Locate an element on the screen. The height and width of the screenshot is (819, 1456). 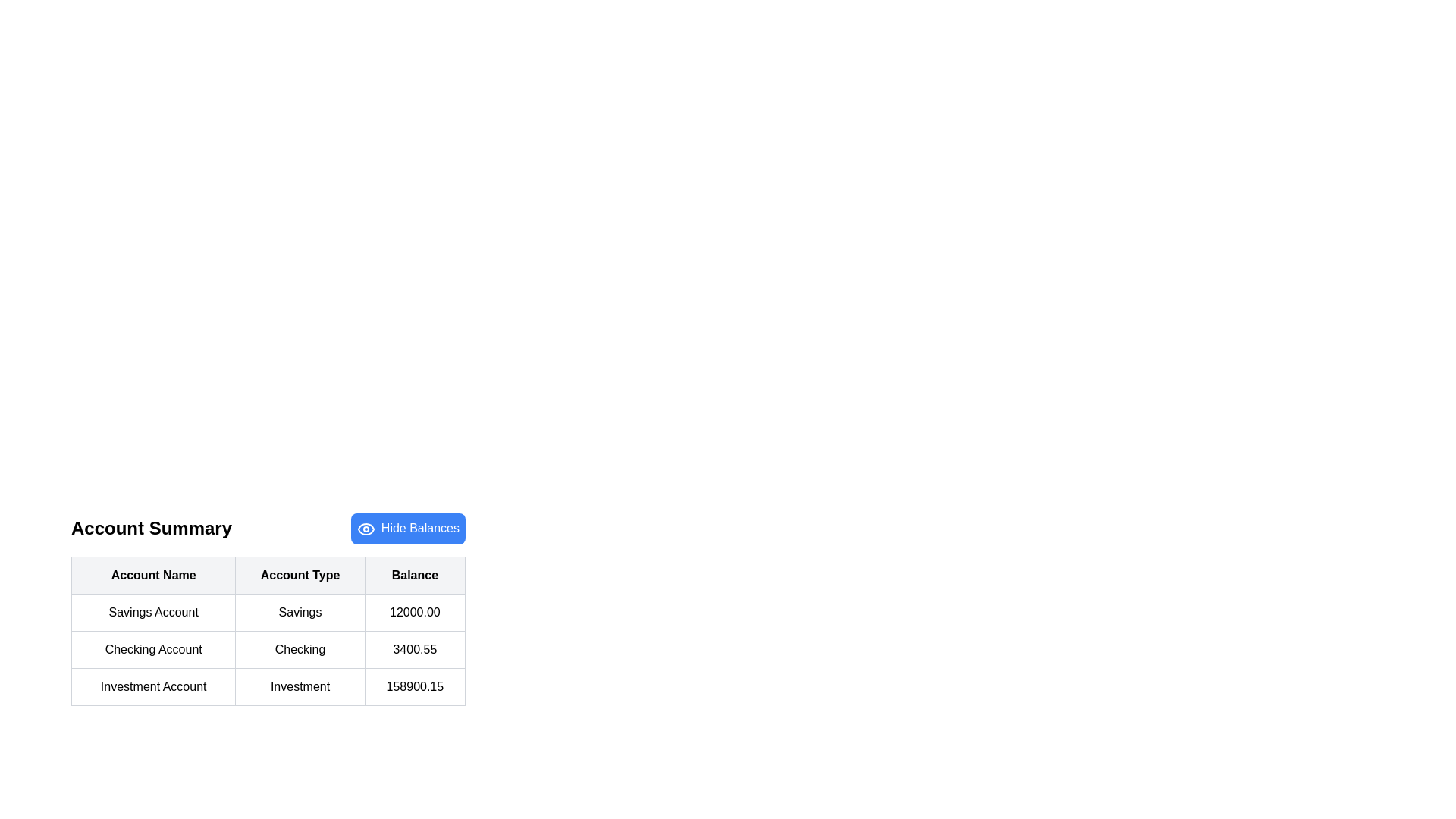
displayed information from the third row of the table containing the text blocks 'Investment Account', 'Investment', and '158900.15' is located at coordinates (268, 686).